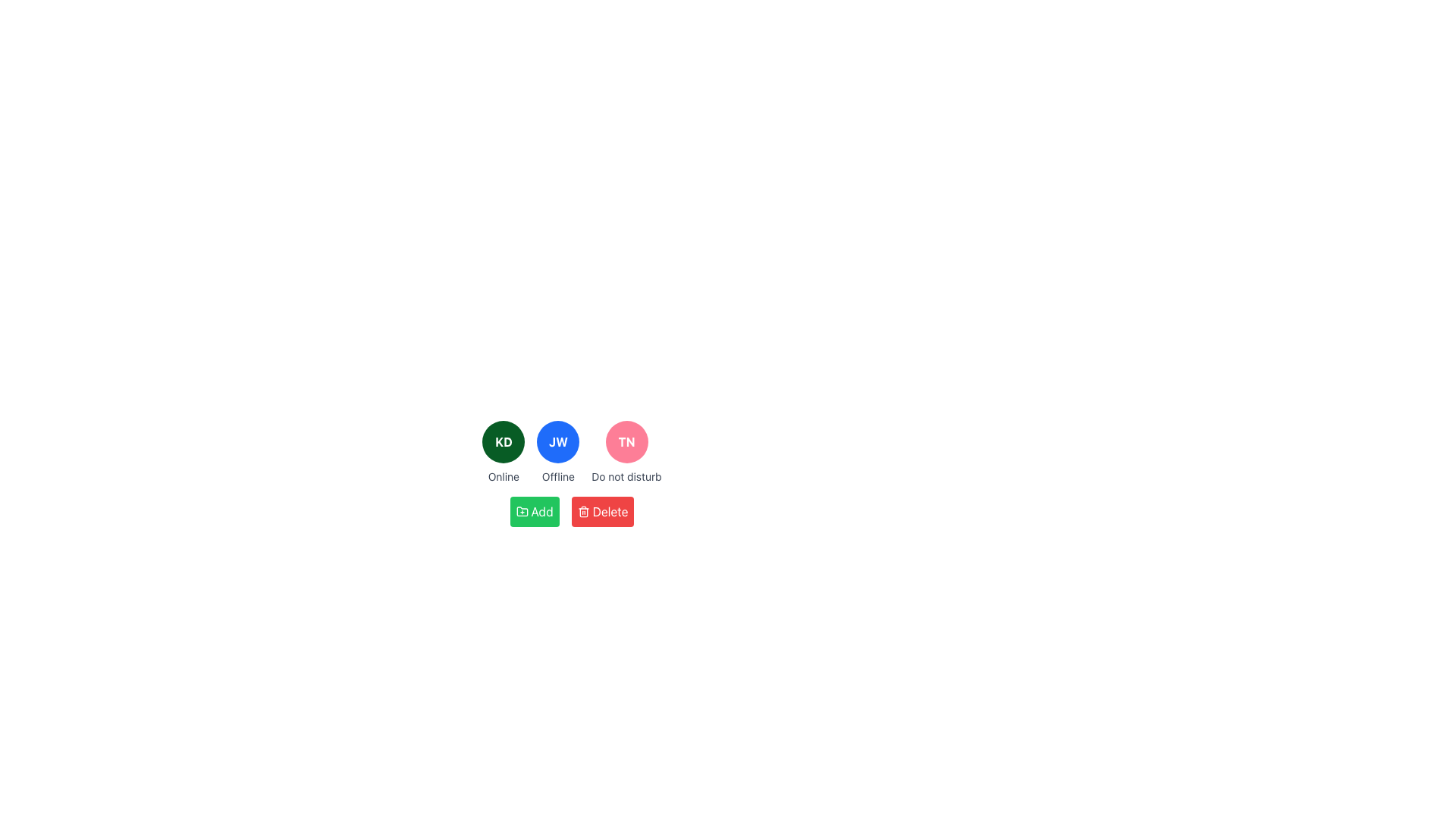 Image resolution: width=1456 pixels, height=819 pixels. Describe the element at coordinates (582, 512) in the screenshot. I see `the trash bin icon located within the red 'Delete' button at the bottom right corner of the interface` at that location.